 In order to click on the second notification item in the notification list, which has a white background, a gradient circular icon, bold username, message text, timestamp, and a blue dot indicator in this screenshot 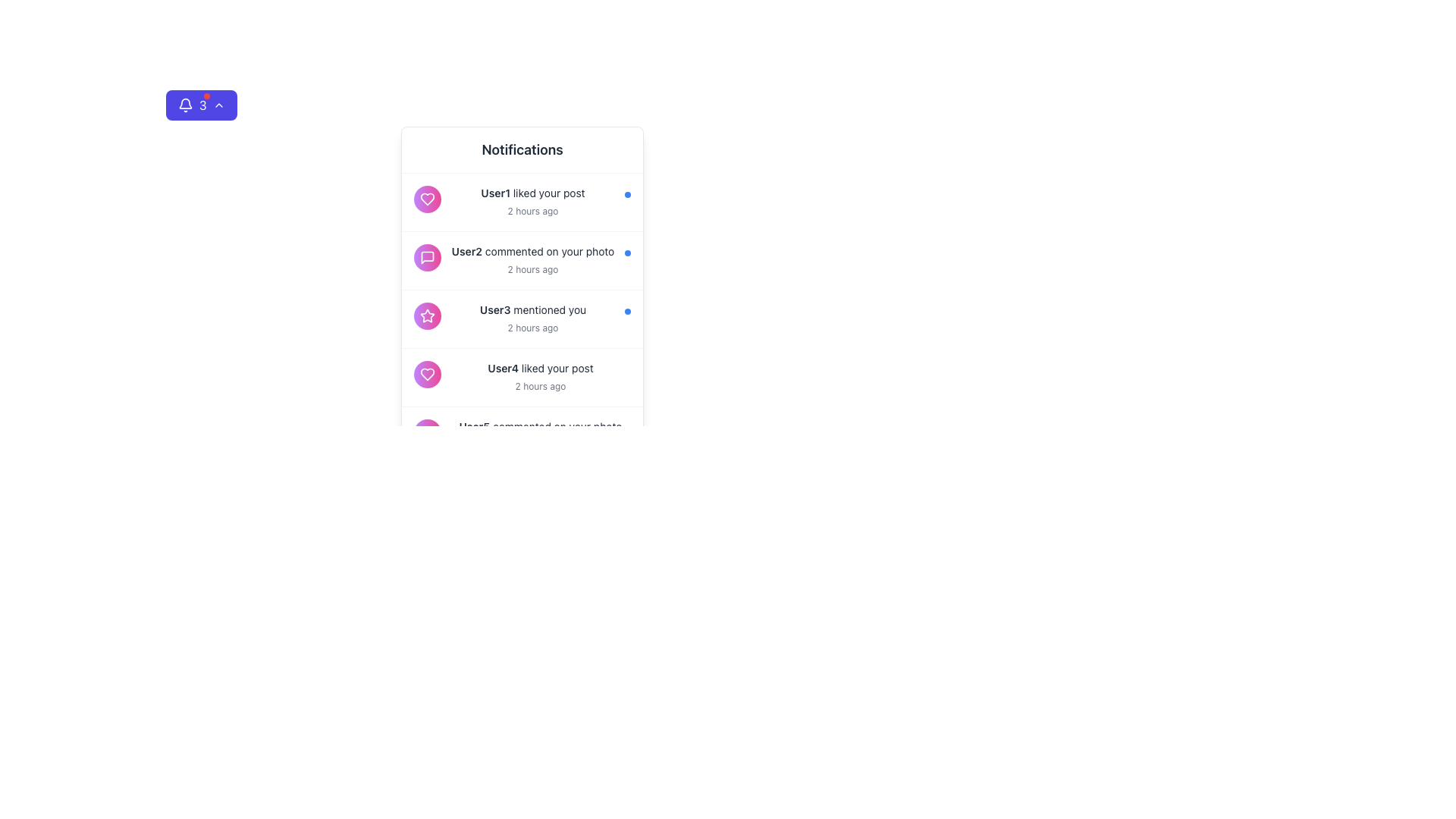, I will do `click(522, 260)`.